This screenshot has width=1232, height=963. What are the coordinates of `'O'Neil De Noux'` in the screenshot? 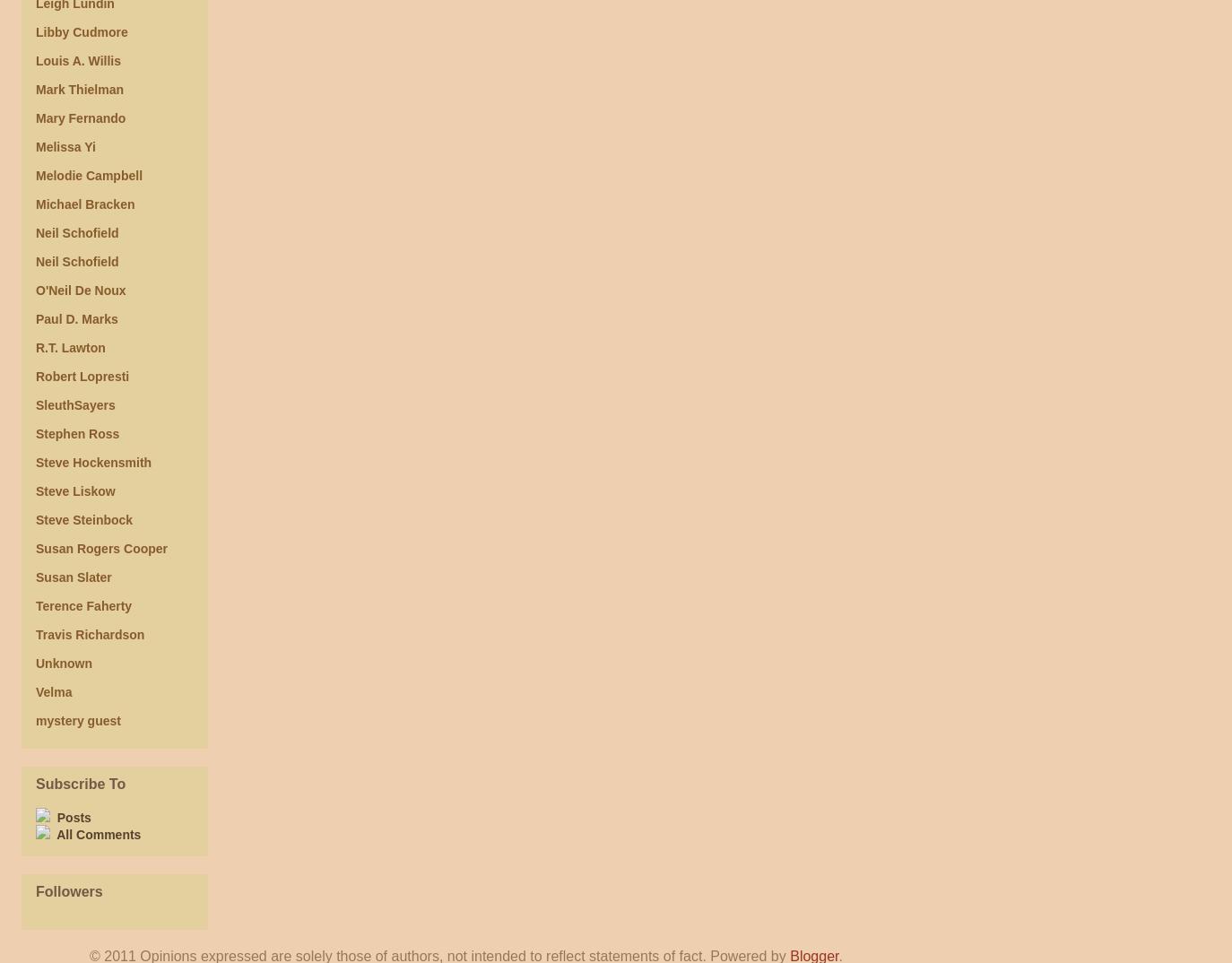 It's located at (34, 290).